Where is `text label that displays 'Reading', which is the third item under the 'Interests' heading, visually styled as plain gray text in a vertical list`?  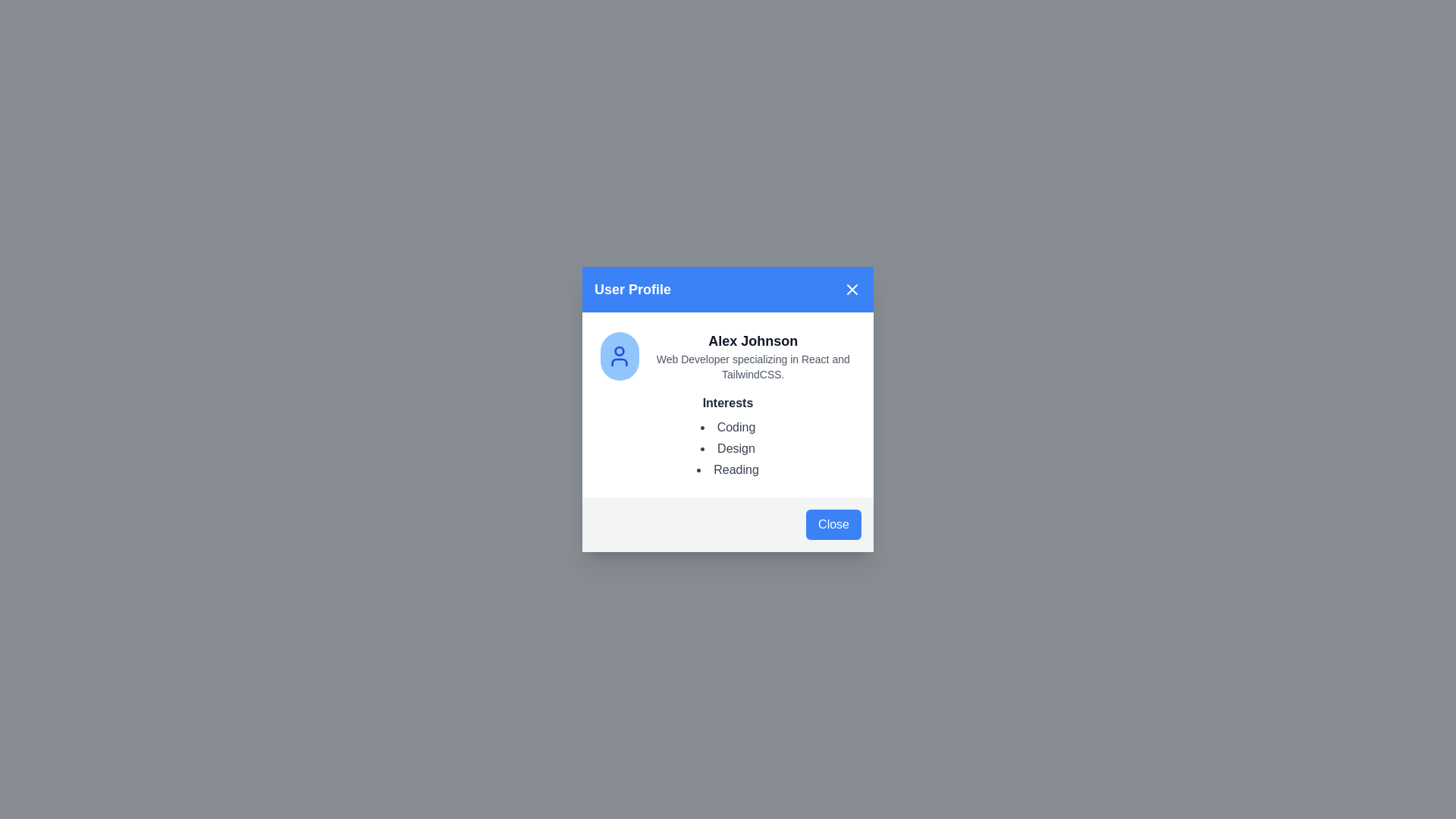 text label that displays 'Reading', which is the third item under the 'Interests' heading, visually styled as plain gray text in a vertical list is located at coordinates (728, 469).